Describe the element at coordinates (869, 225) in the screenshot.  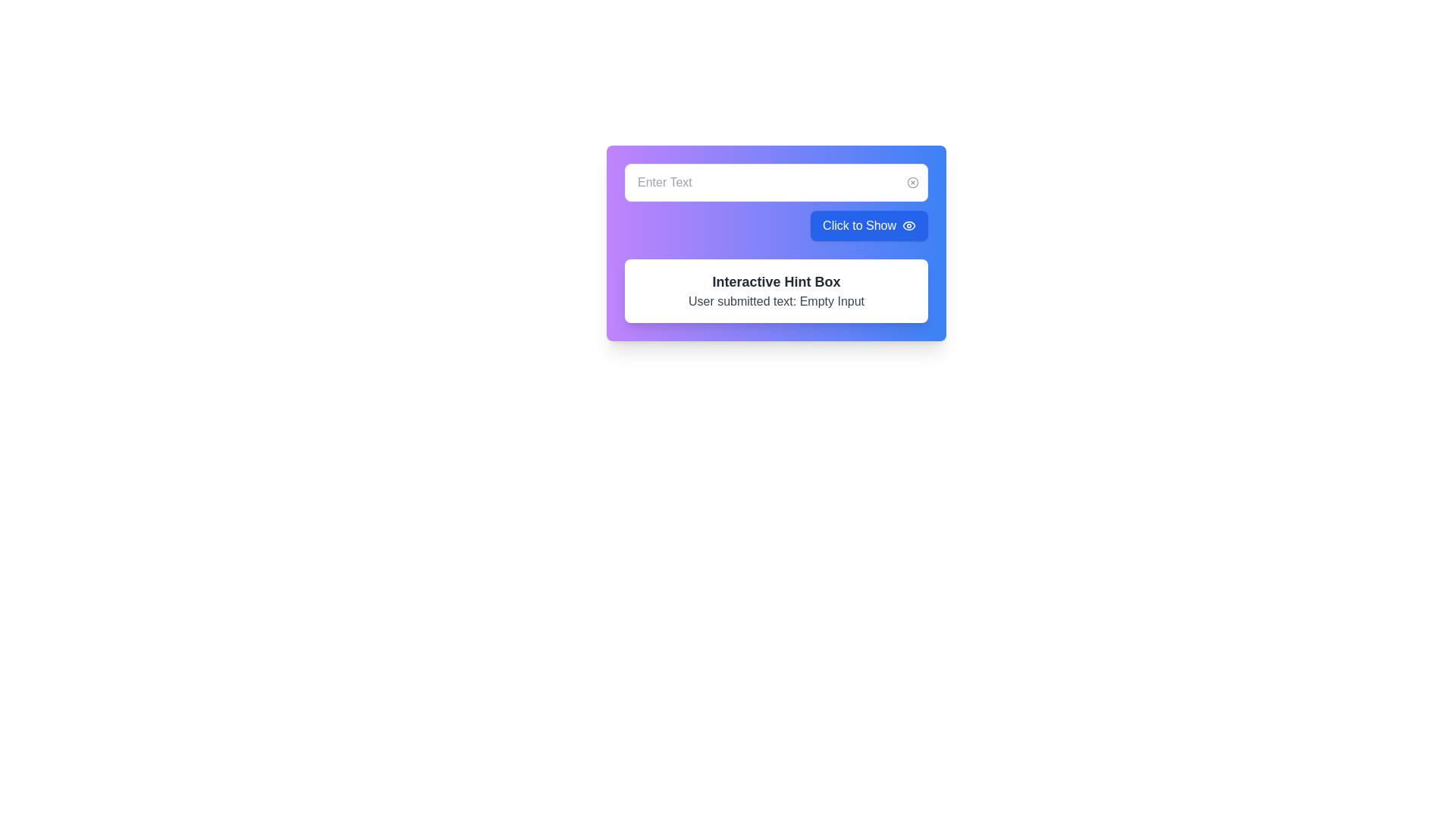
I see `the button with the blue background and white text that reads 'Click to Show'` at that location.